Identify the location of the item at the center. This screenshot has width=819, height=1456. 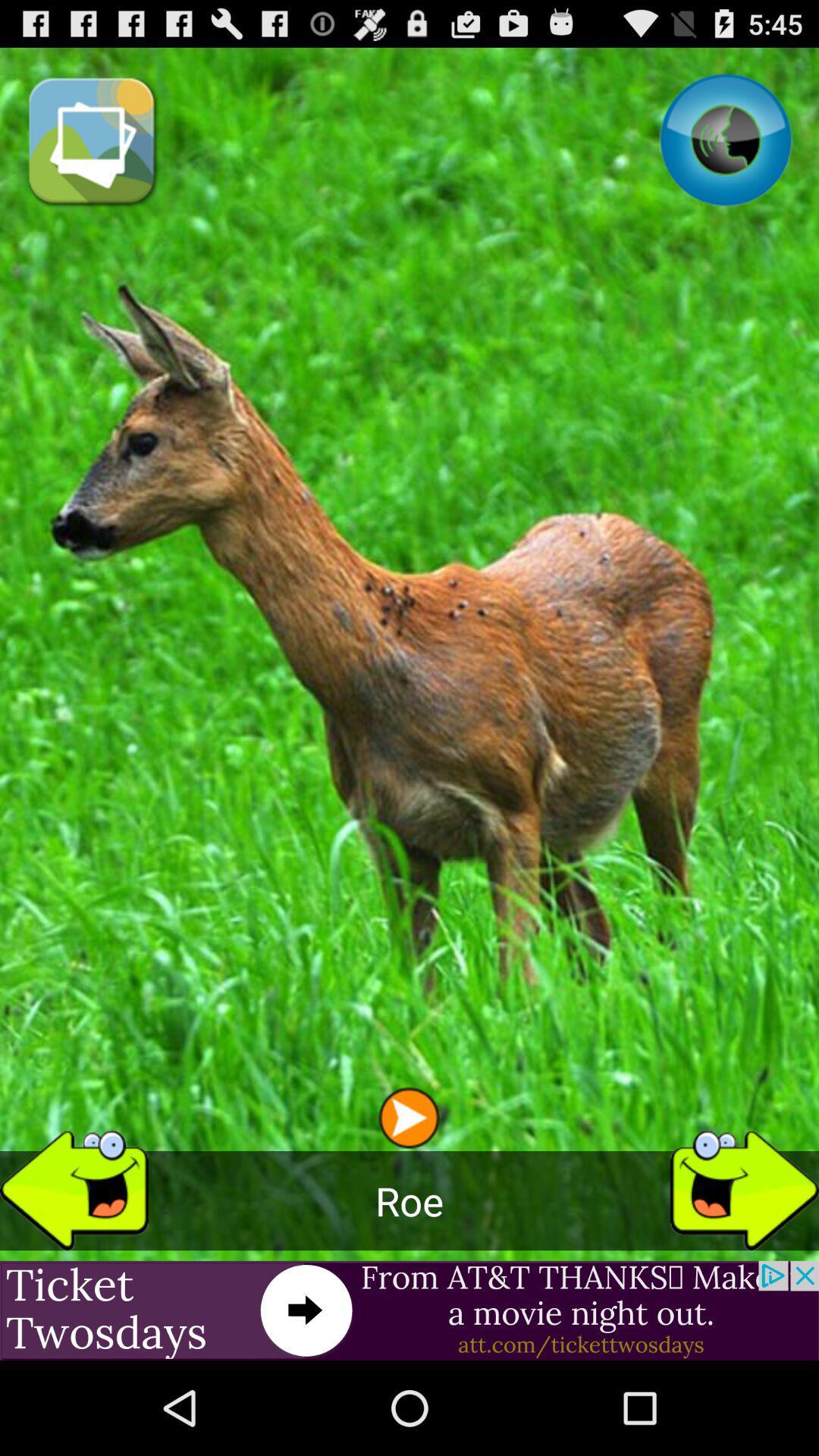
(409, 703).